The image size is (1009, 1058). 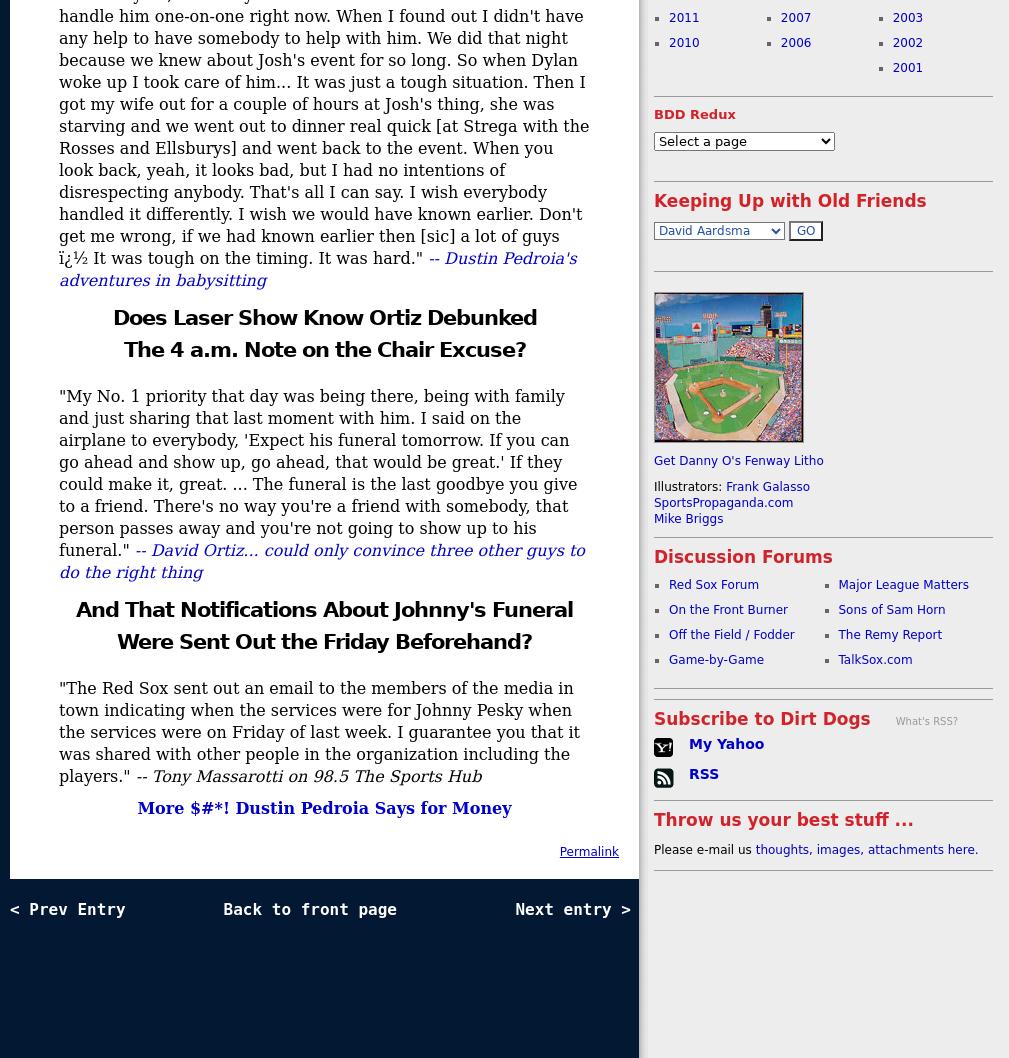 What do you see at coordinates (323, 640) in the screenshot?
I see `'Were Sent Out the Friday Beforehand?'` at bounding box center [323, 640].